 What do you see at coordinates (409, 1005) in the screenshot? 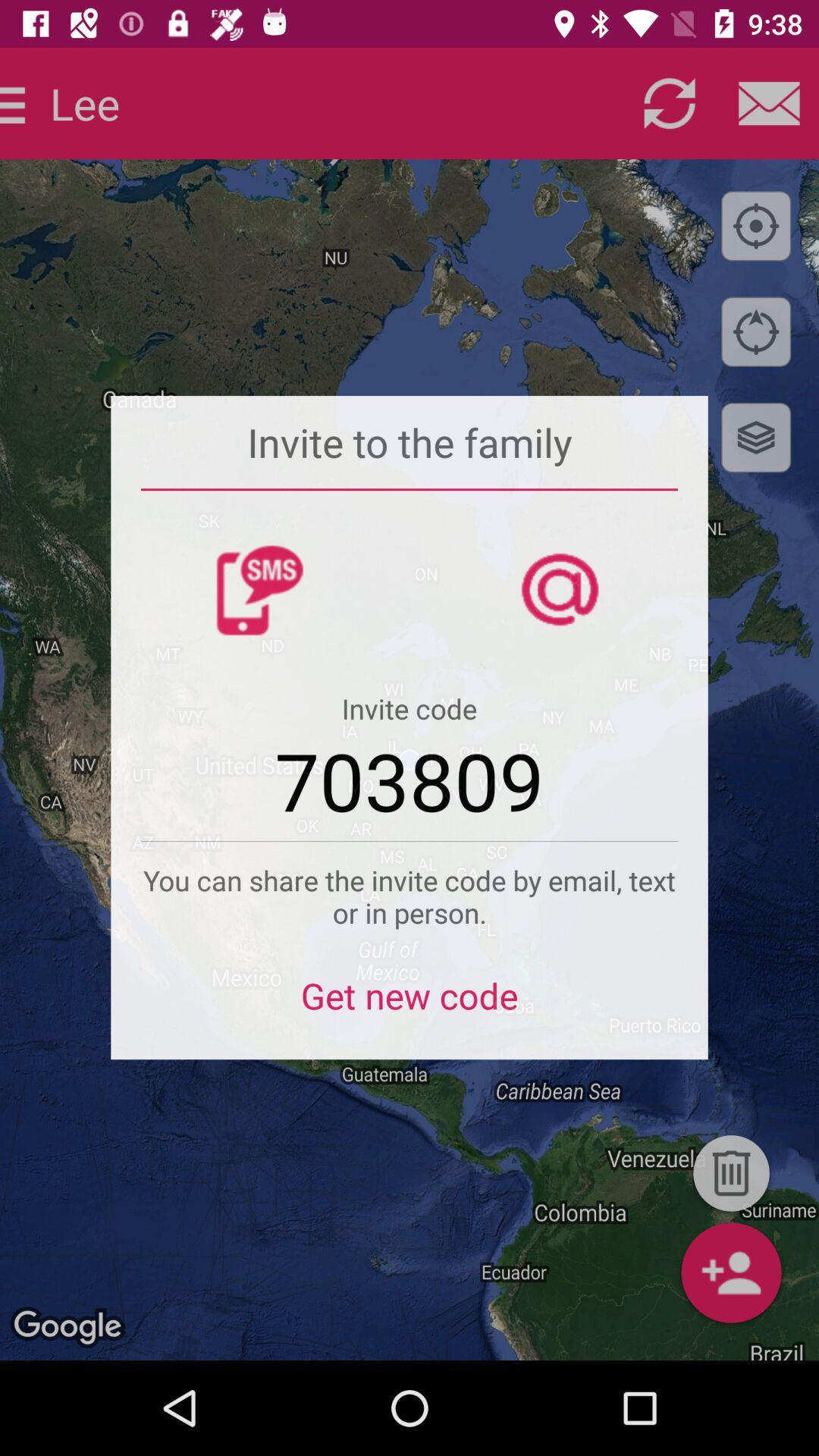
I see `the item below the you can share` at bounding box center [409, 1005].